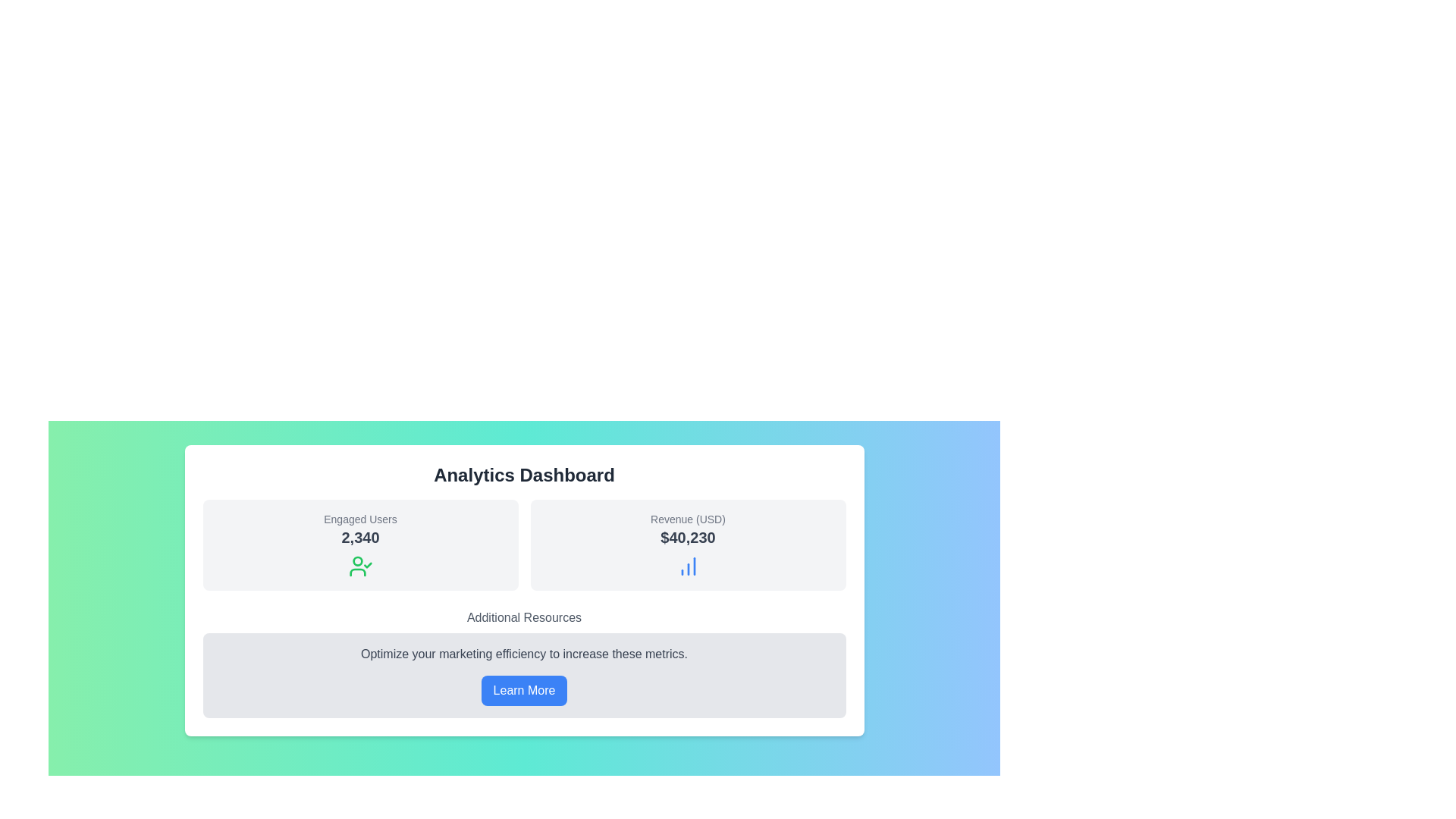 This screenshot has height=819, width=1456. I want to click on the blue column chart icon located in the 'Revenue (USD)' section of the dashboard, so click(687, 566).